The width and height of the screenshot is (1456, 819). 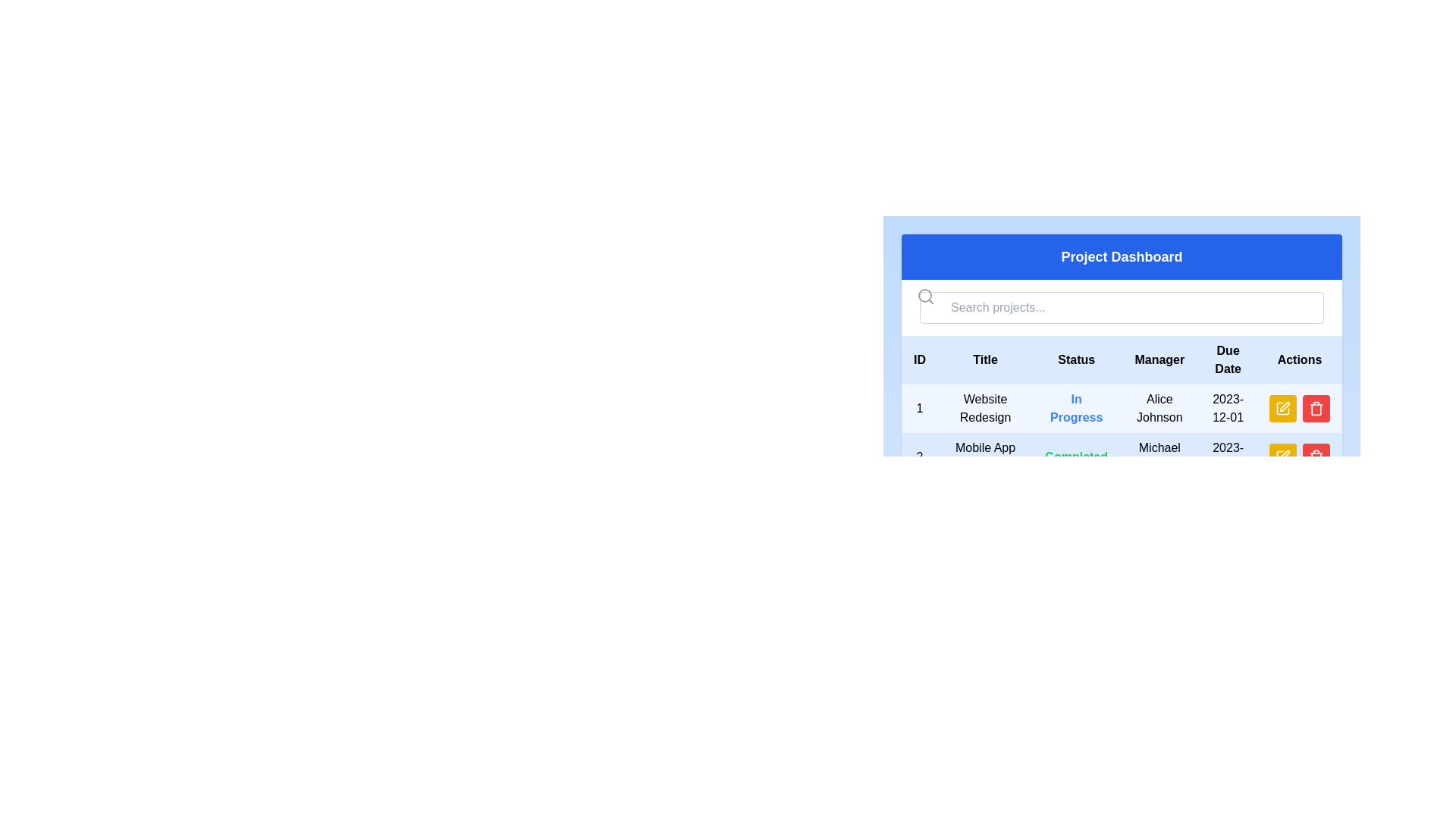 I want to click on text in the table cell located in the first column of the first row, which is positioned to the left of the text 'Website Redesign', so click(x=919, y=408).